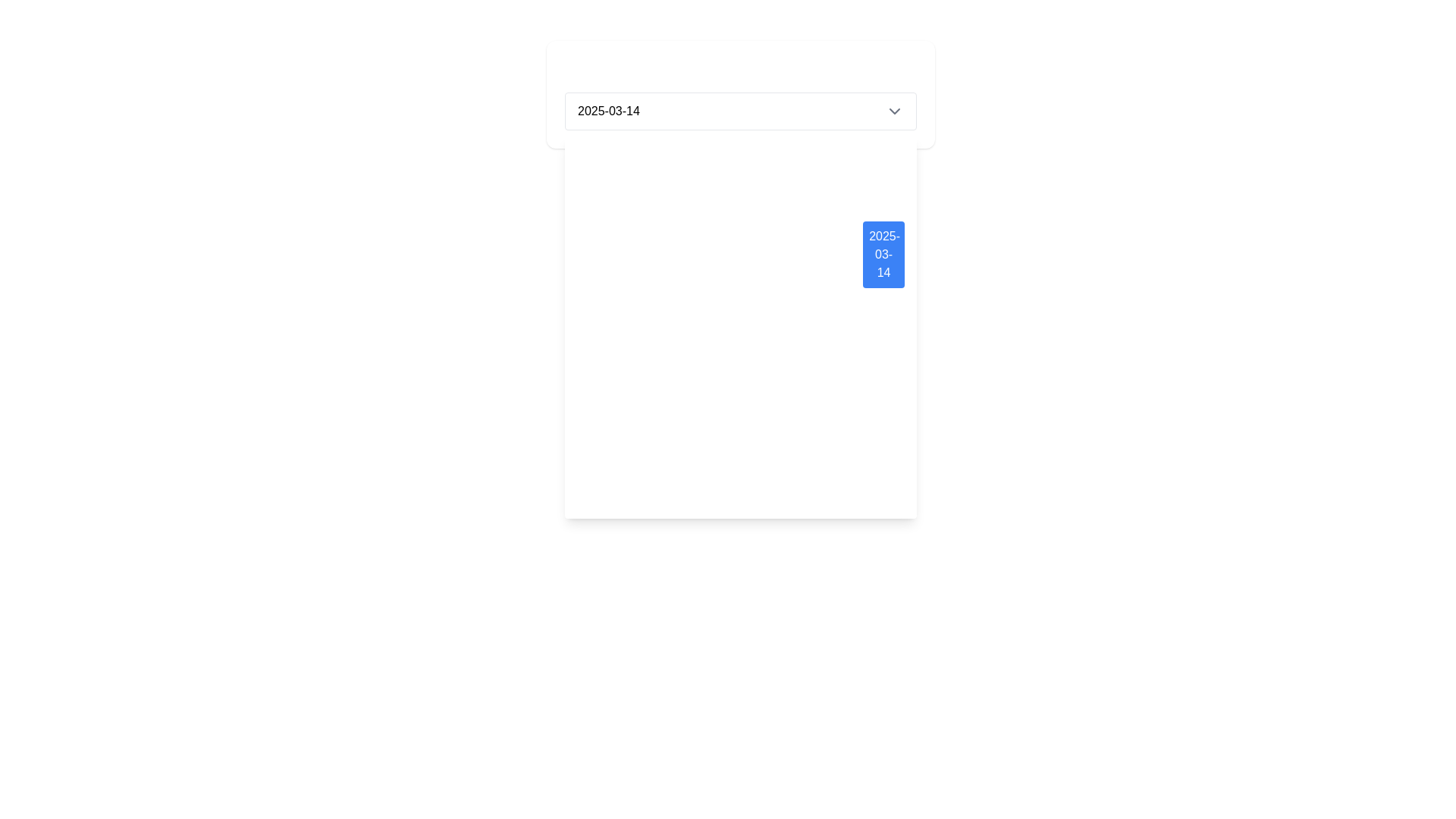 The height and width of the screenshot is (819, 1456). I want to click on the date selector dropdown menu located at the top of the modal interface, so click(741, 94).